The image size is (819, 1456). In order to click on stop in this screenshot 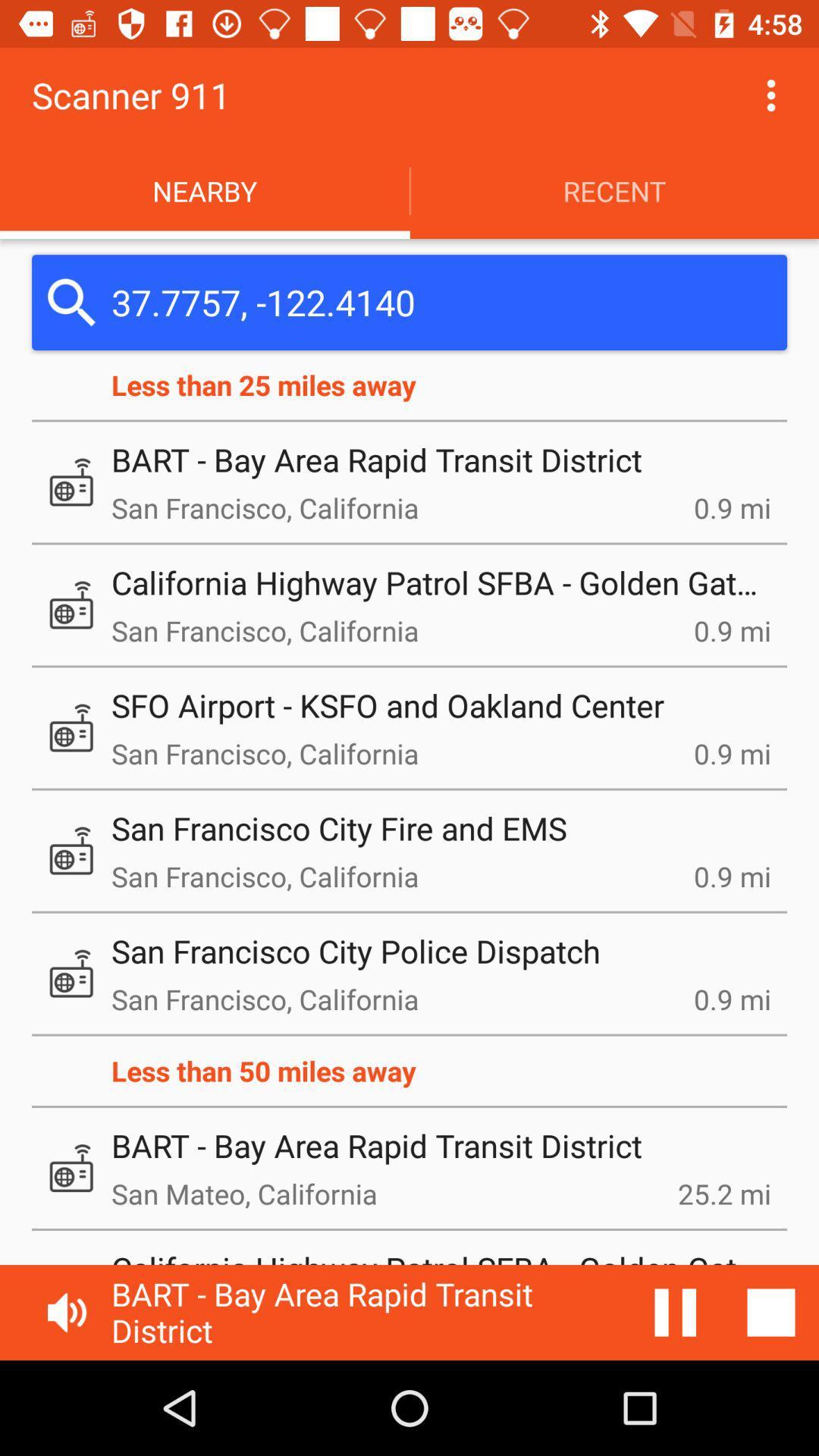, I will do `click(675, 1312)`.